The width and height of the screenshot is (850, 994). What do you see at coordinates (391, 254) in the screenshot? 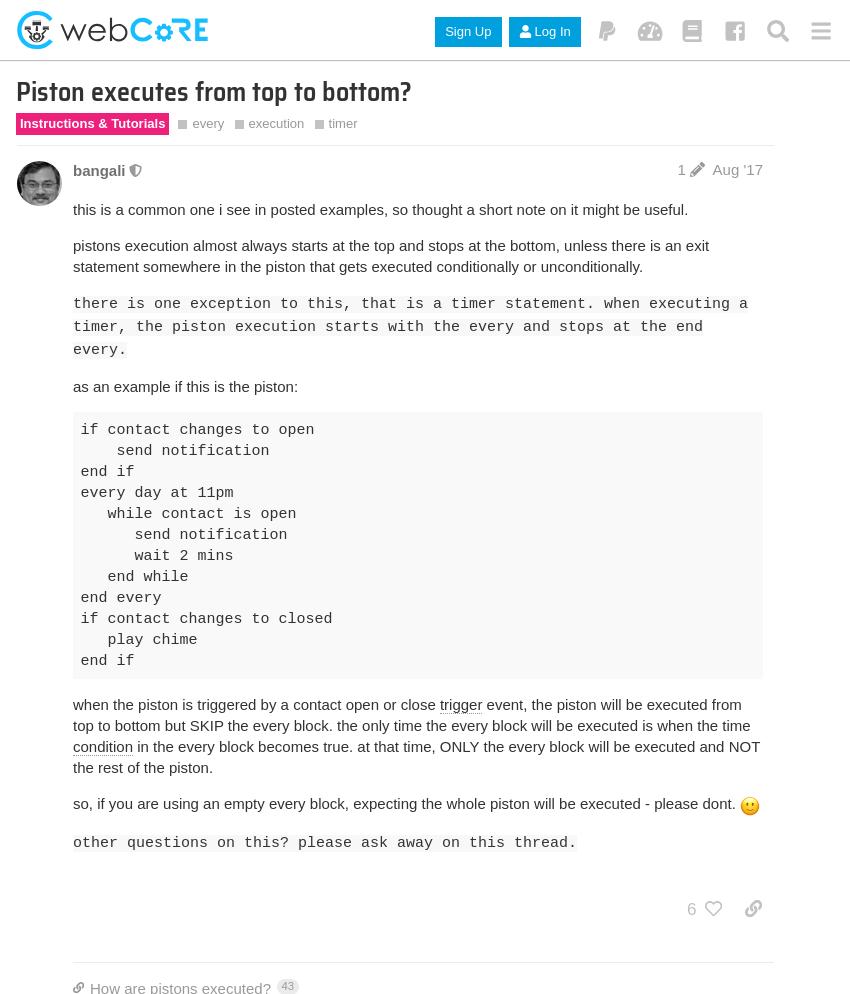
I see `'pistons execution almost always starts at the top and stops at the bottom, unless there is an exit statement somewhere in the piston that gets executed conditionally or unconditionally.'` at bounding box center [391, 254].